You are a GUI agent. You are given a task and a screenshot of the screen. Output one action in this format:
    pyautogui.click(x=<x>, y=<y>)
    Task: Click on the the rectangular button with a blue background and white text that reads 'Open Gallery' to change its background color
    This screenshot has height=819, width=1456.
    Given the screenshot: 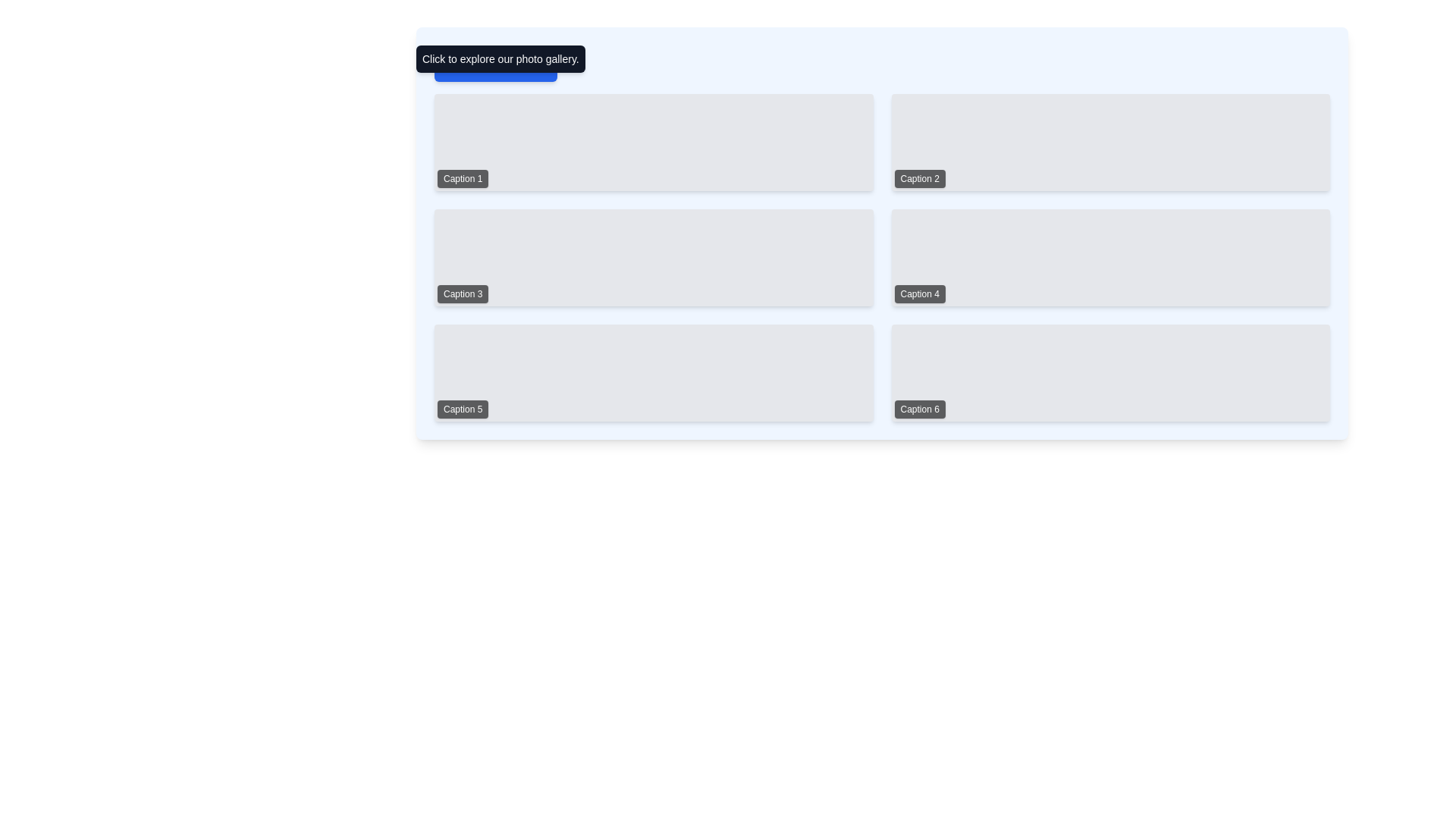 What is the action you would take?
    pyautogui.click(x=496, y=63)
    